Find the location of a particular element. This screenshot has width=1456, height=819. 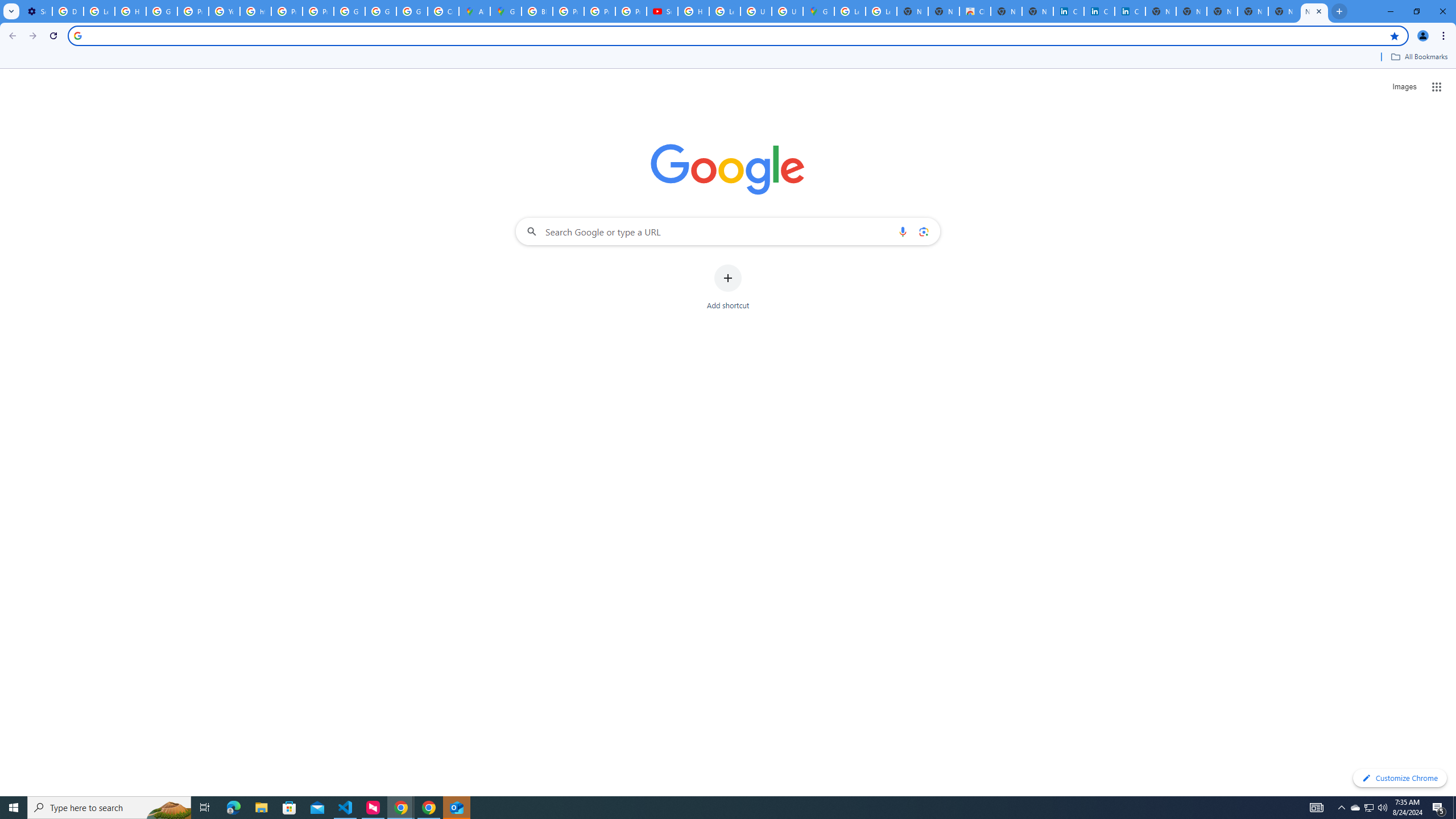

'Copyright Policy' is located at coordinates (1129, 11).